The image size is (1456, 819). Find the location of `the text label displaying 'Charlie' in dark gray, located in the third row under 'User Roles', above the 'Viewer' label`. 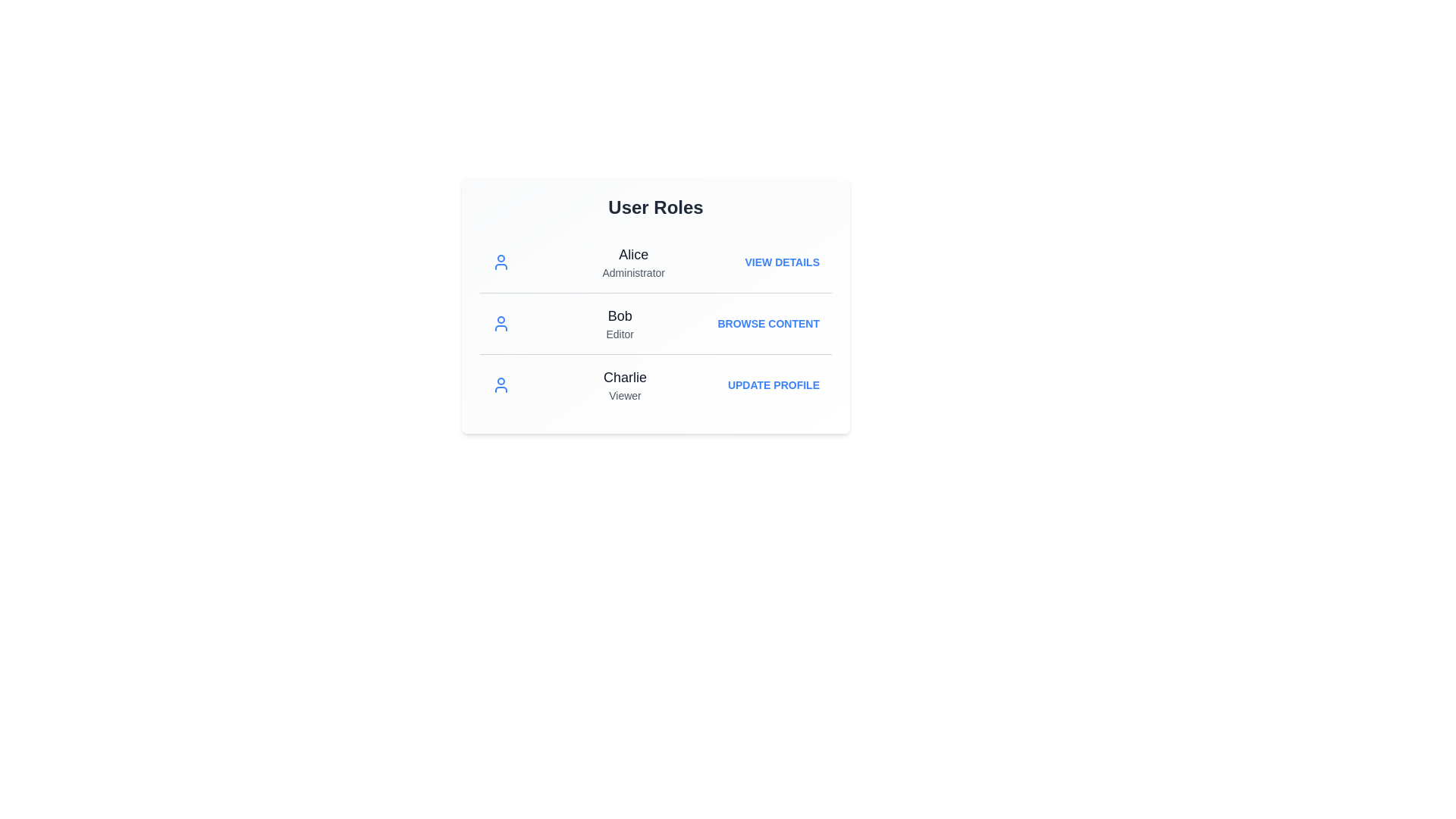

the text label displaying 'Charlie' in dark gray, located in the third row under 'User Roles', above the 'Viewer' label is located at coordinates (625, 376).